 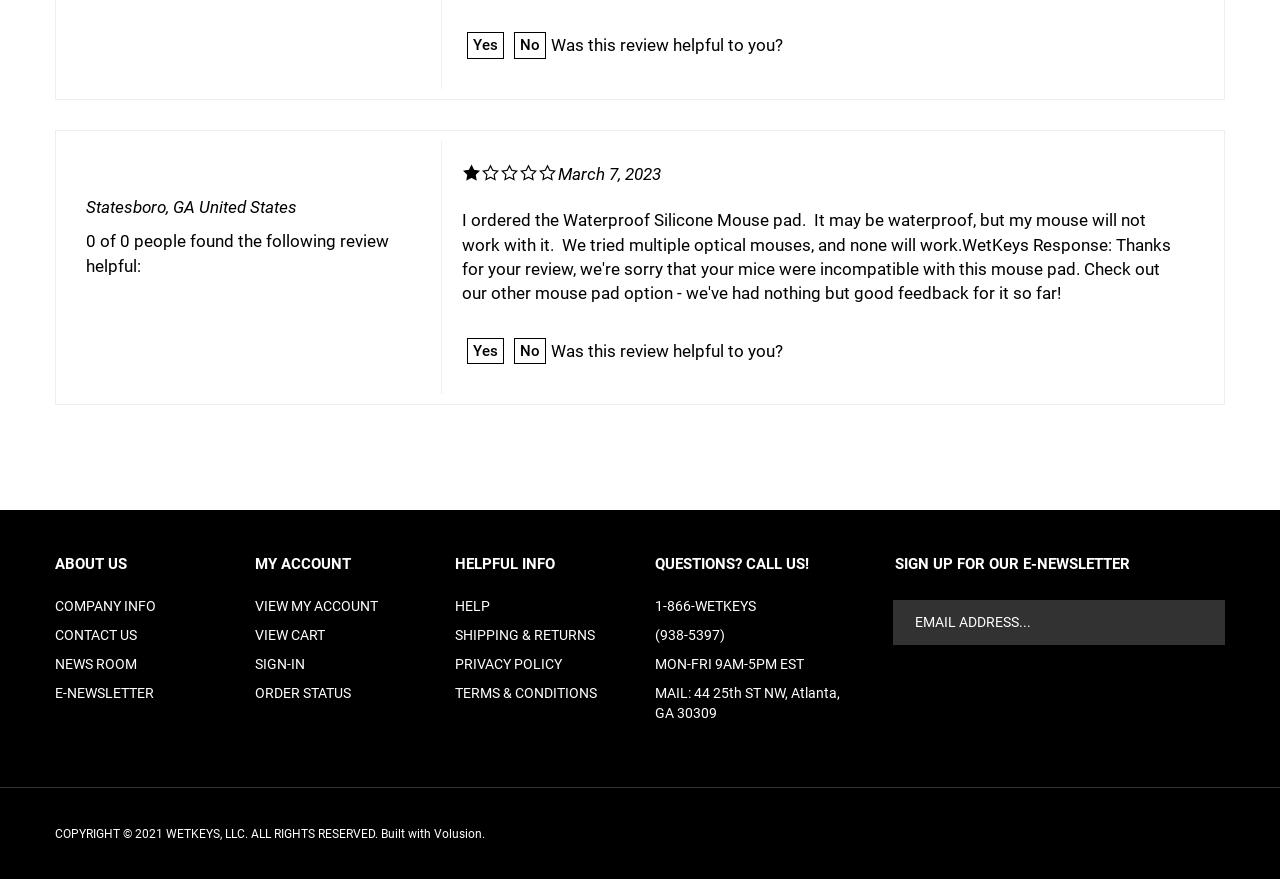 I want to click on '0 of 0 people found the following review helpful:', so click(x=237, y=251).